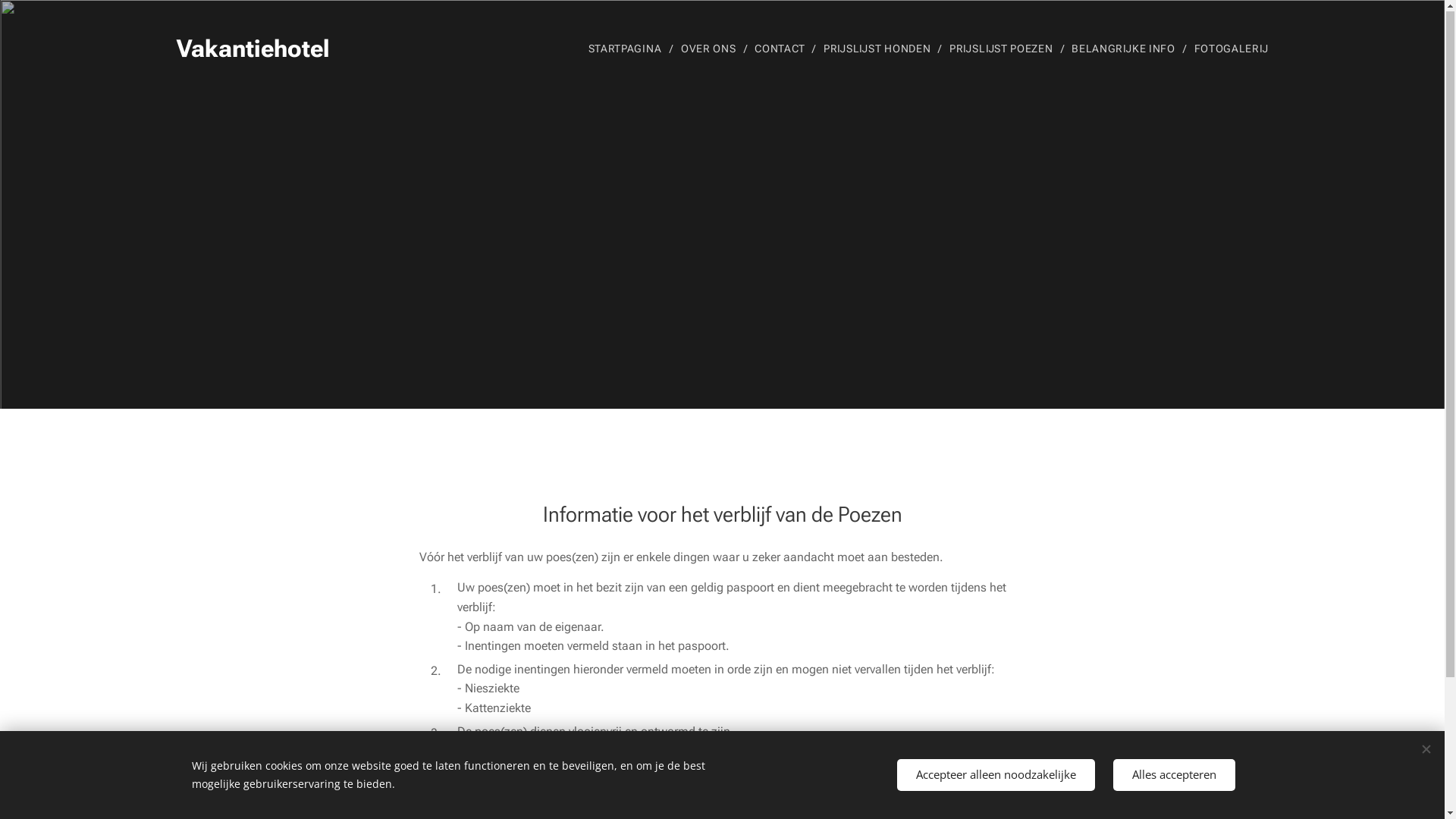 This screenshot has height=819, width=1456. I want to click on 'PRIJSLIJST HONDEN', so click(878, 49).